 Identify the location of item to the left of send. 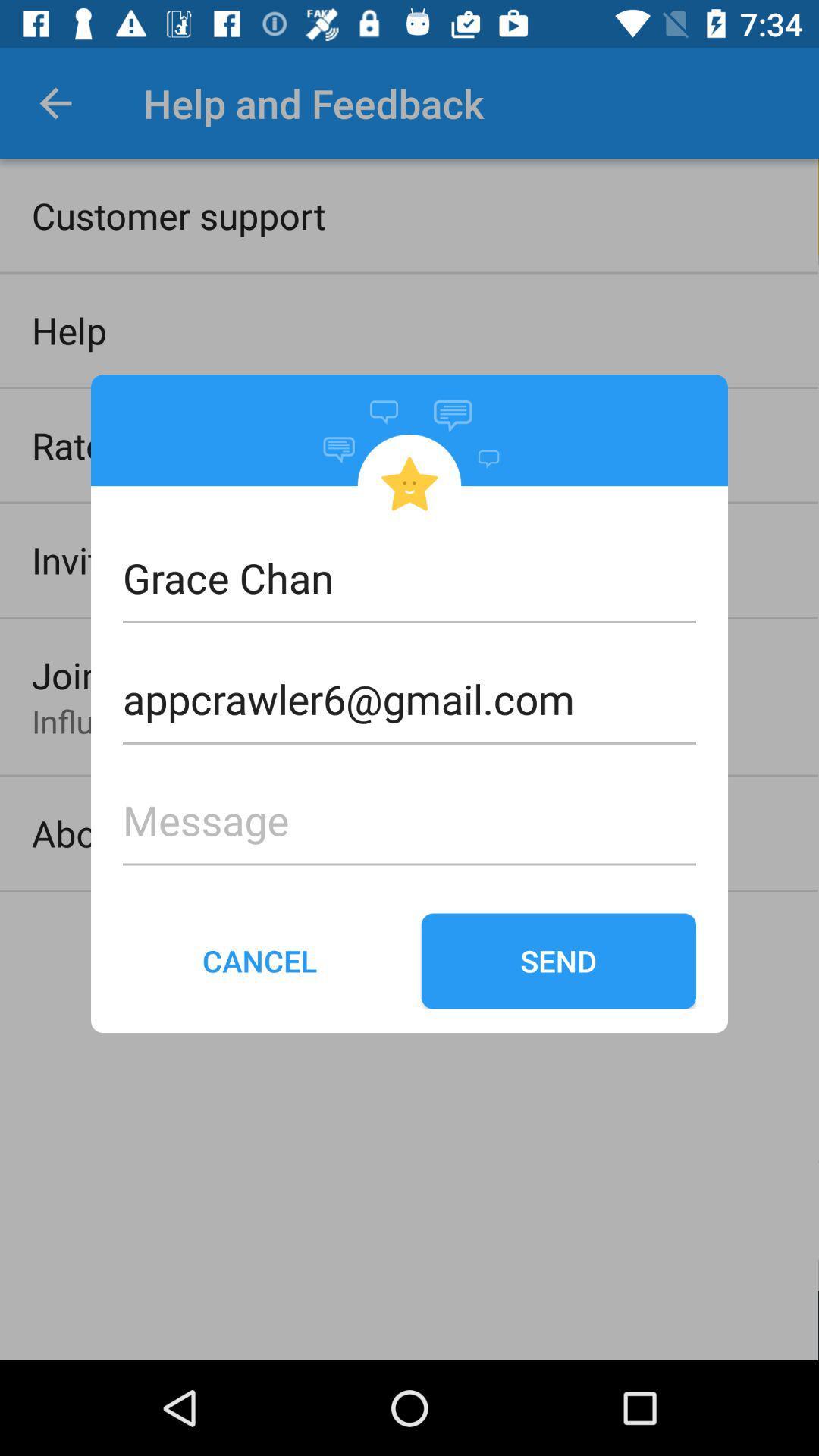
(259, 960).